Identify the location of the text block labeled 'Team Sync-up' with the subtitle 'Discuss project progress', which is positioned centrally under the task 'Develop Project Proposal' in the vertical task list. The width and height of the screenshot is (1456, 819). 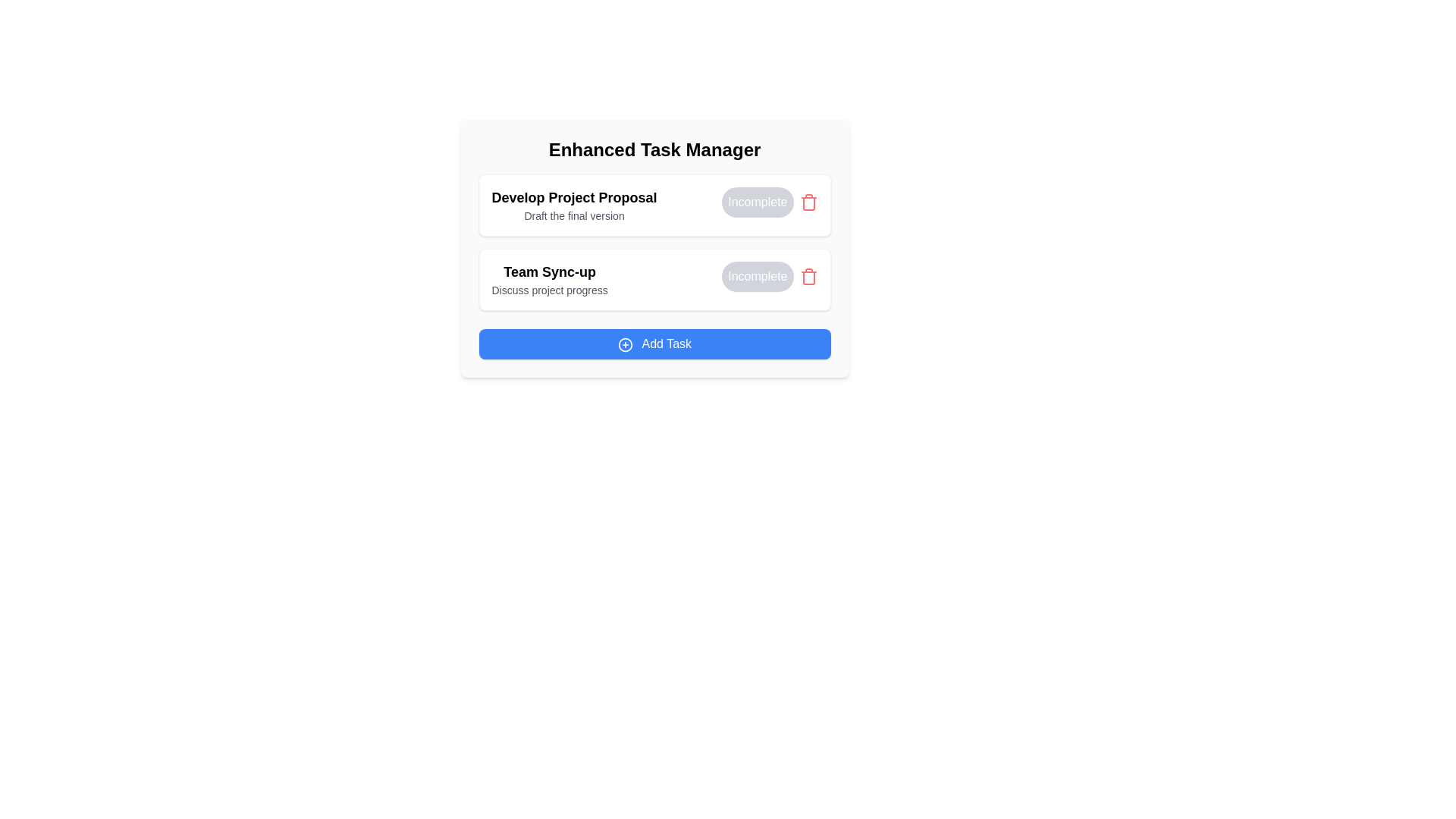
(549, 280).